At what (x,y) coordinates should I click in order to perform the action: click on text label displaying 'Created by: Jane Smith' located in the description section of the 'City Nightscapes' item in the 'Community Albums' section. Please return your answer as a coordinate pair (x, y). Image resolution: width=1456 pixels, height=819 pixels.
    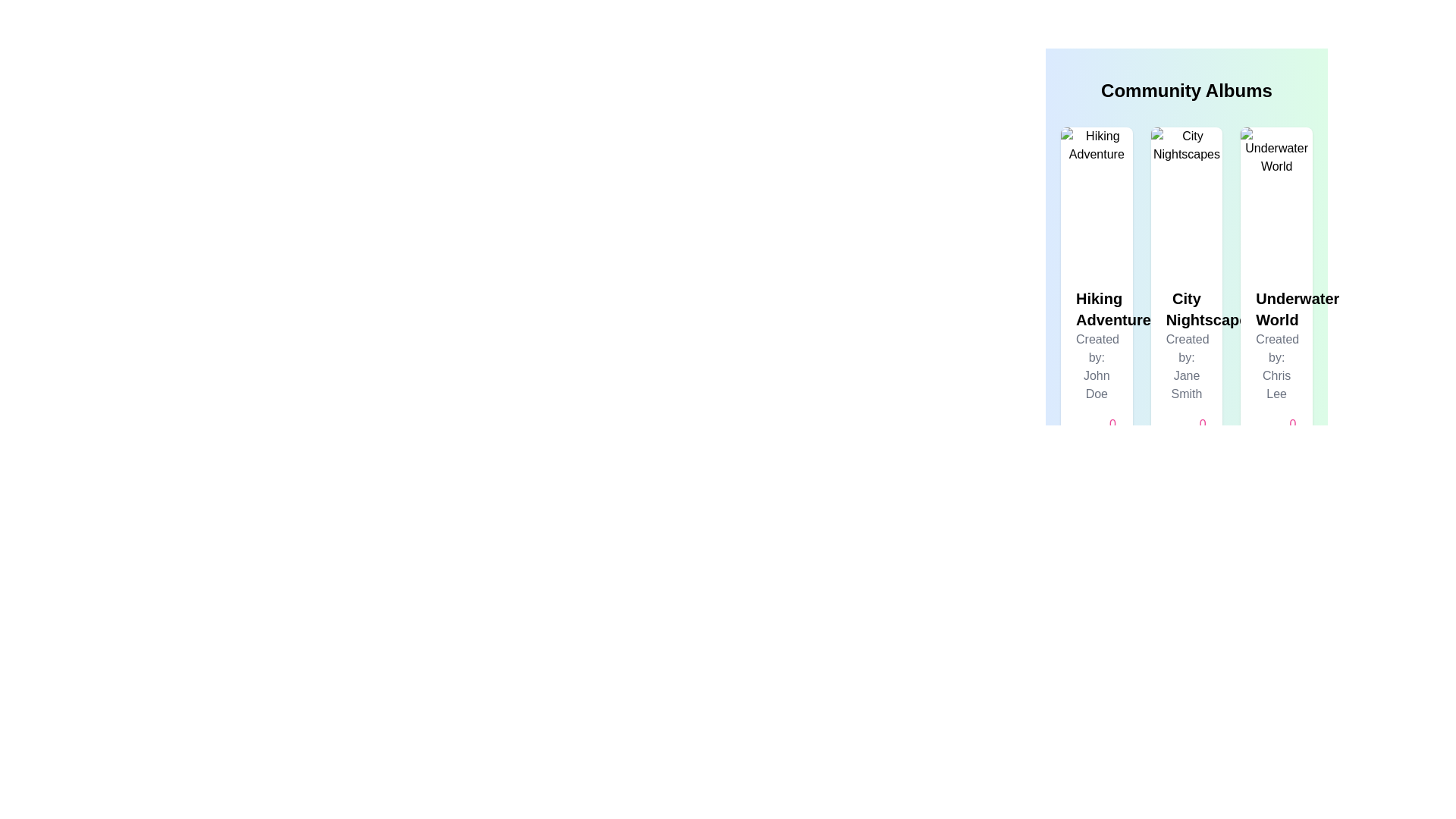
    Looking at the image, I should click on (1185, 366).